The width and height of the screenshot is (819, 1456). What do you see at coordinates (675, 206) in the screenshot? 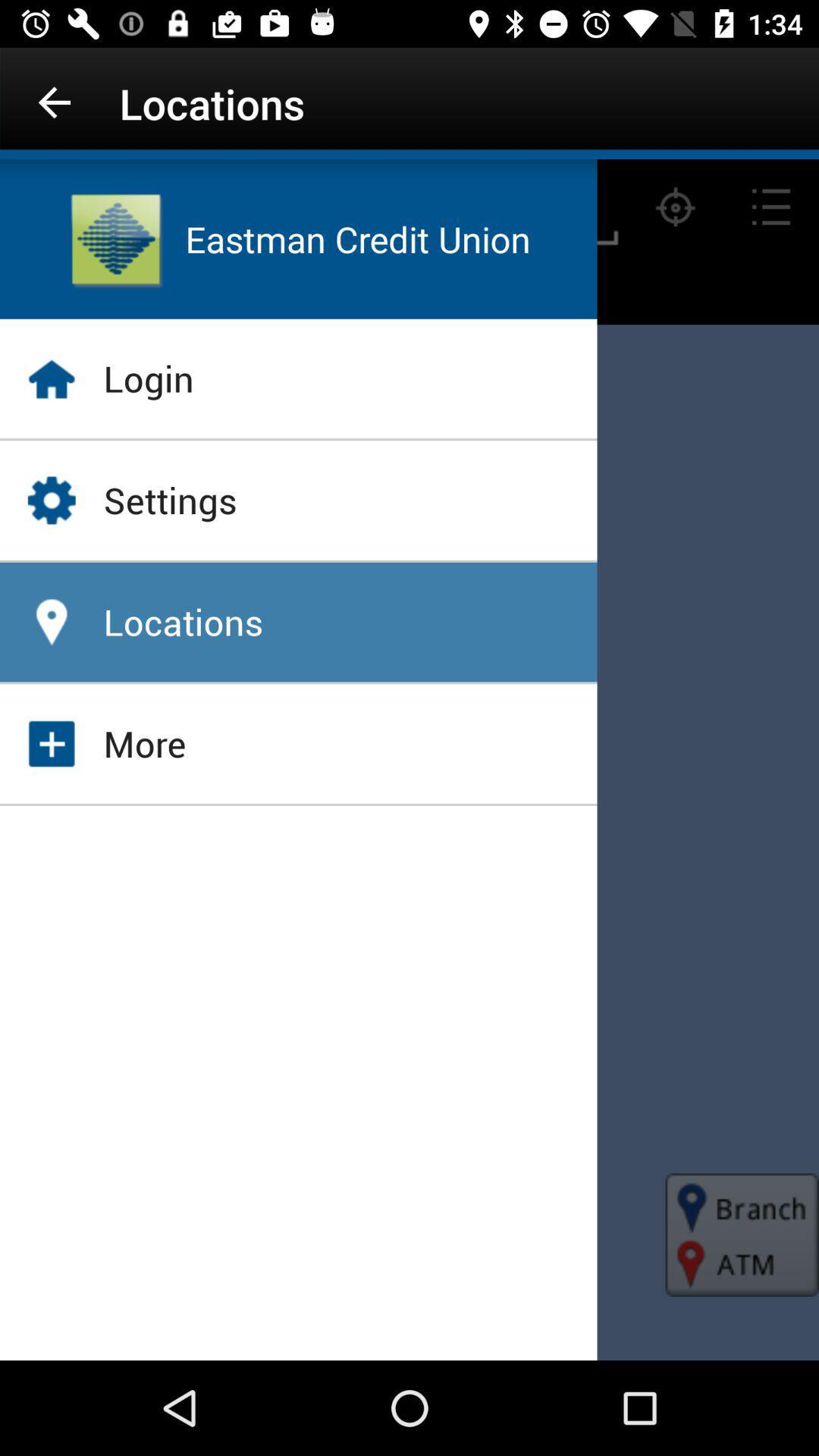
I see `the location_crosshair icon` at bounding box center [675, 206].